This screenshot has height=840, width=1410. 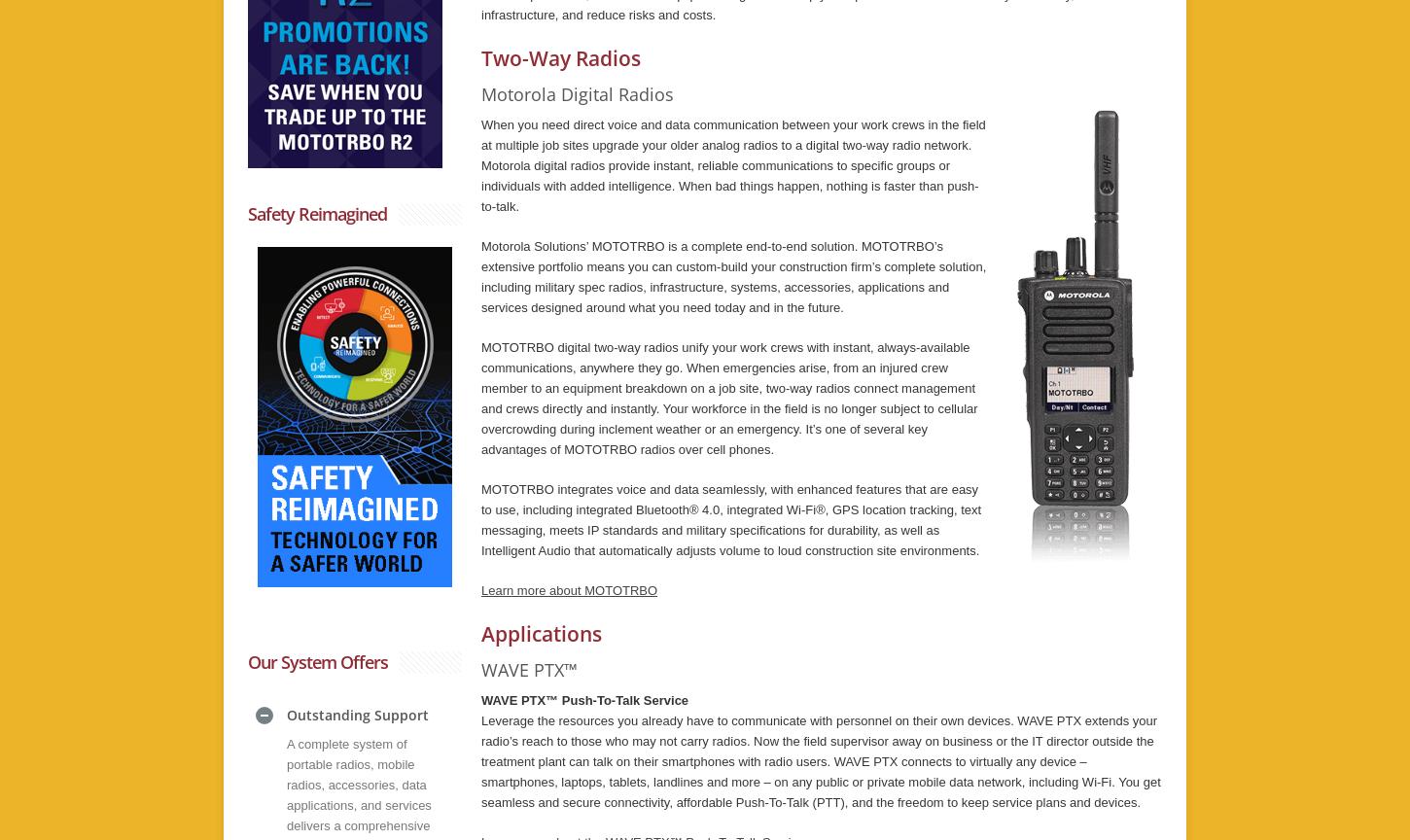 I want to click on 'Applications', so click(x=541, y=633).